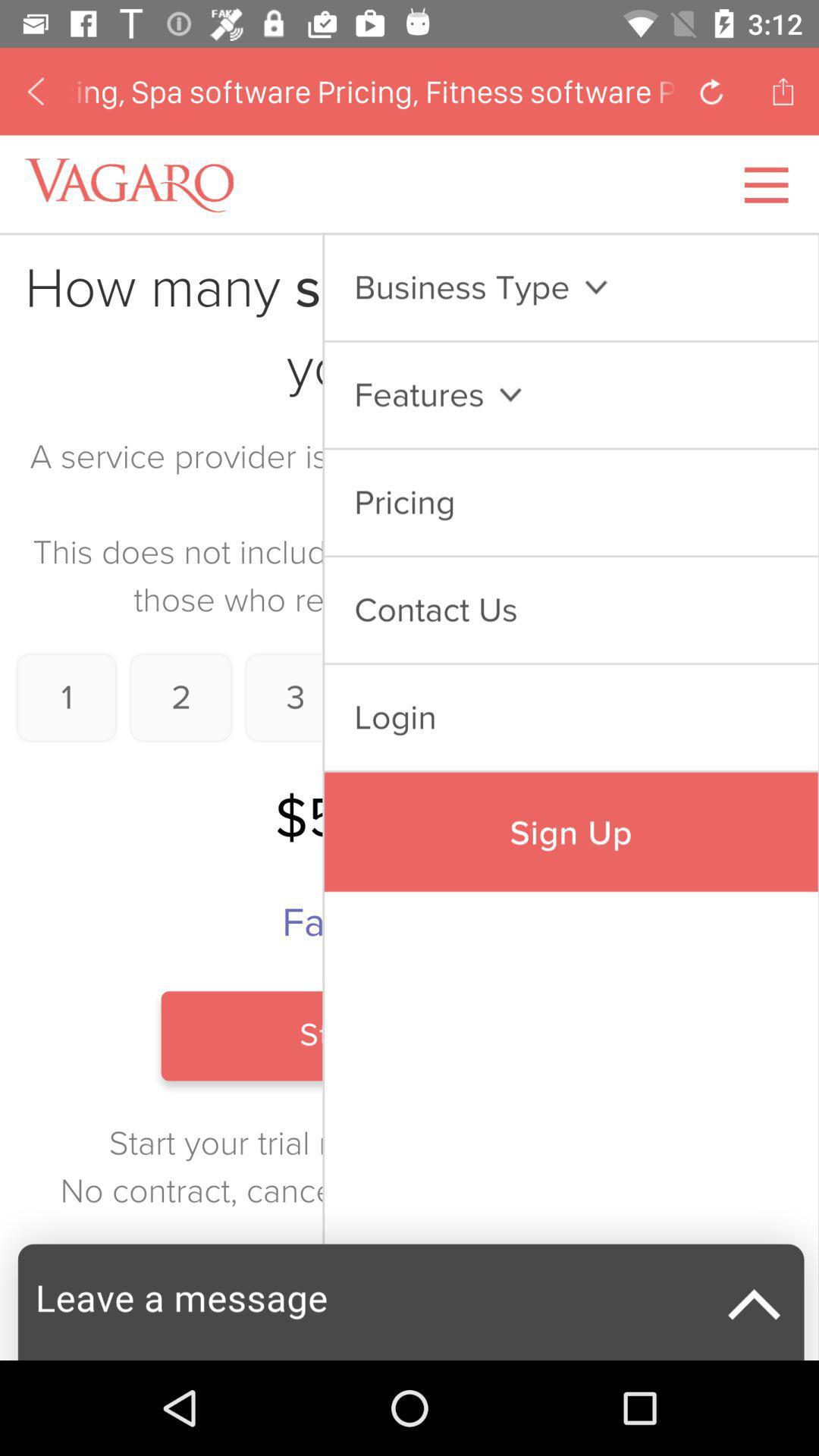  I want to click on upload, so click(783, 90).